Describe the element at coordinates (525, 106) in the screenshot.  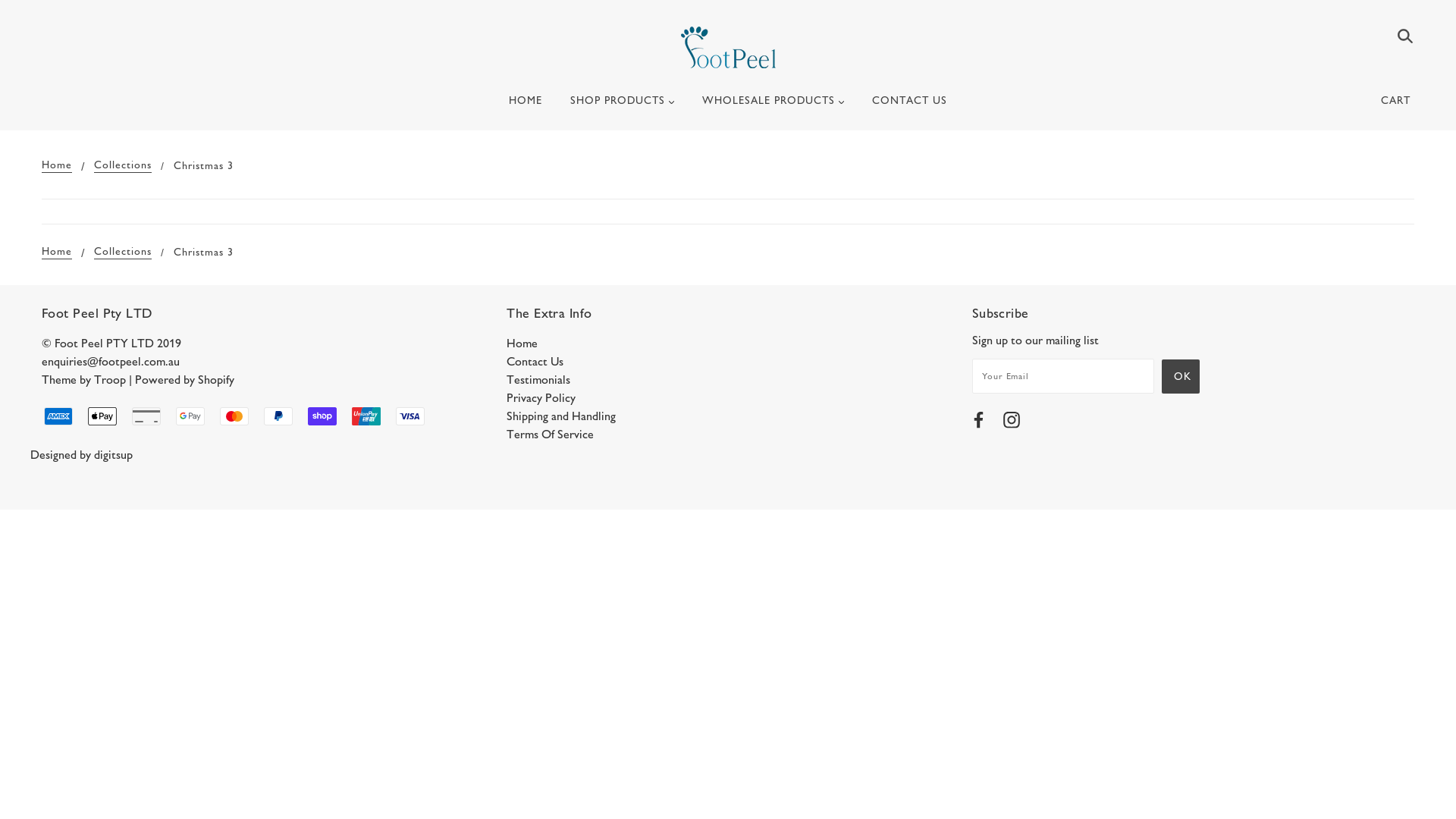
I see `'HOME'` at that location.